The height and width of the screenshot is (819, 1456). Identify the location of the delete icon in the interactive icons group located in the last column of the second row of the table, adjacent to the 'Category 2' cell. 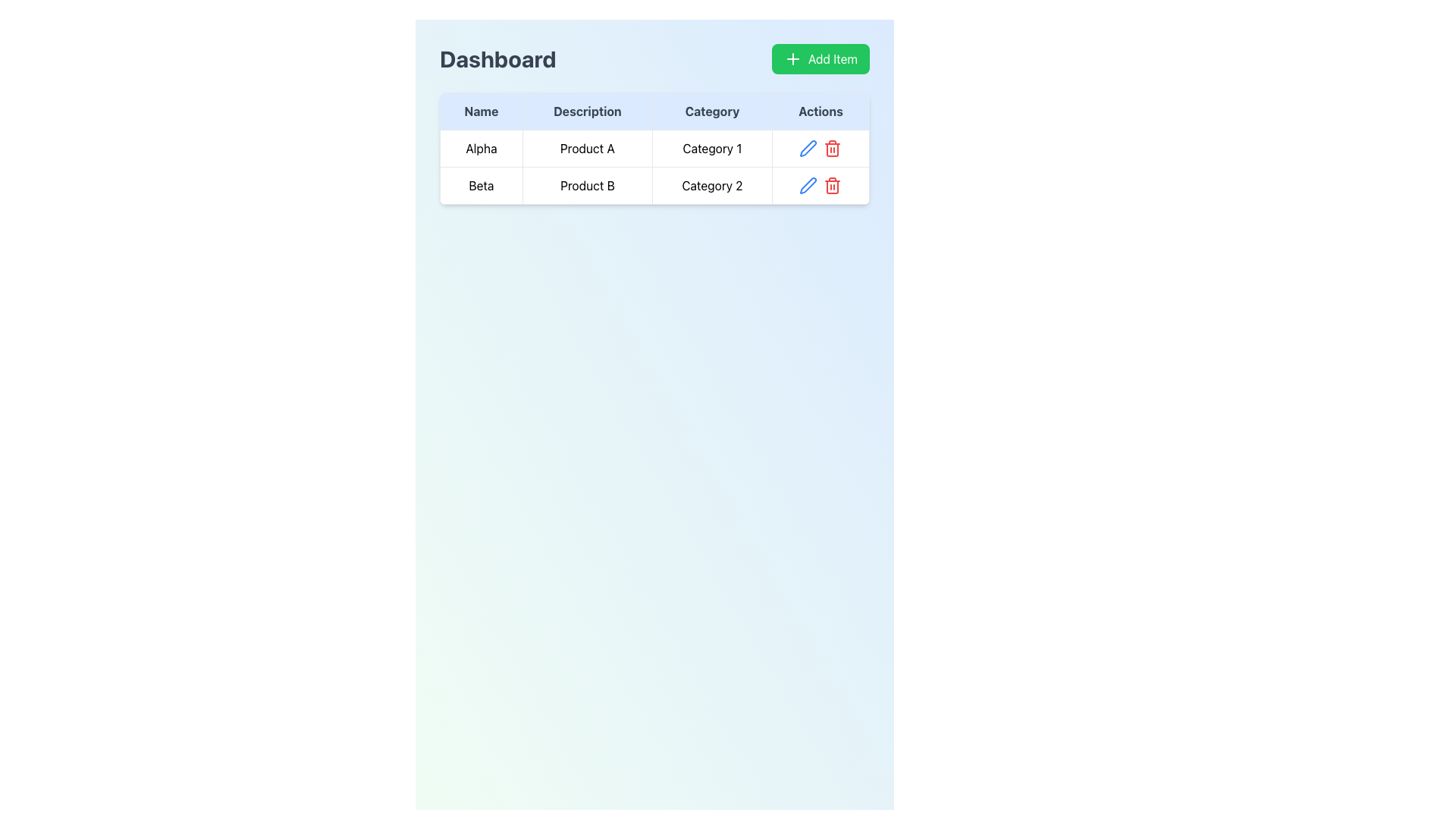
(820, 185).